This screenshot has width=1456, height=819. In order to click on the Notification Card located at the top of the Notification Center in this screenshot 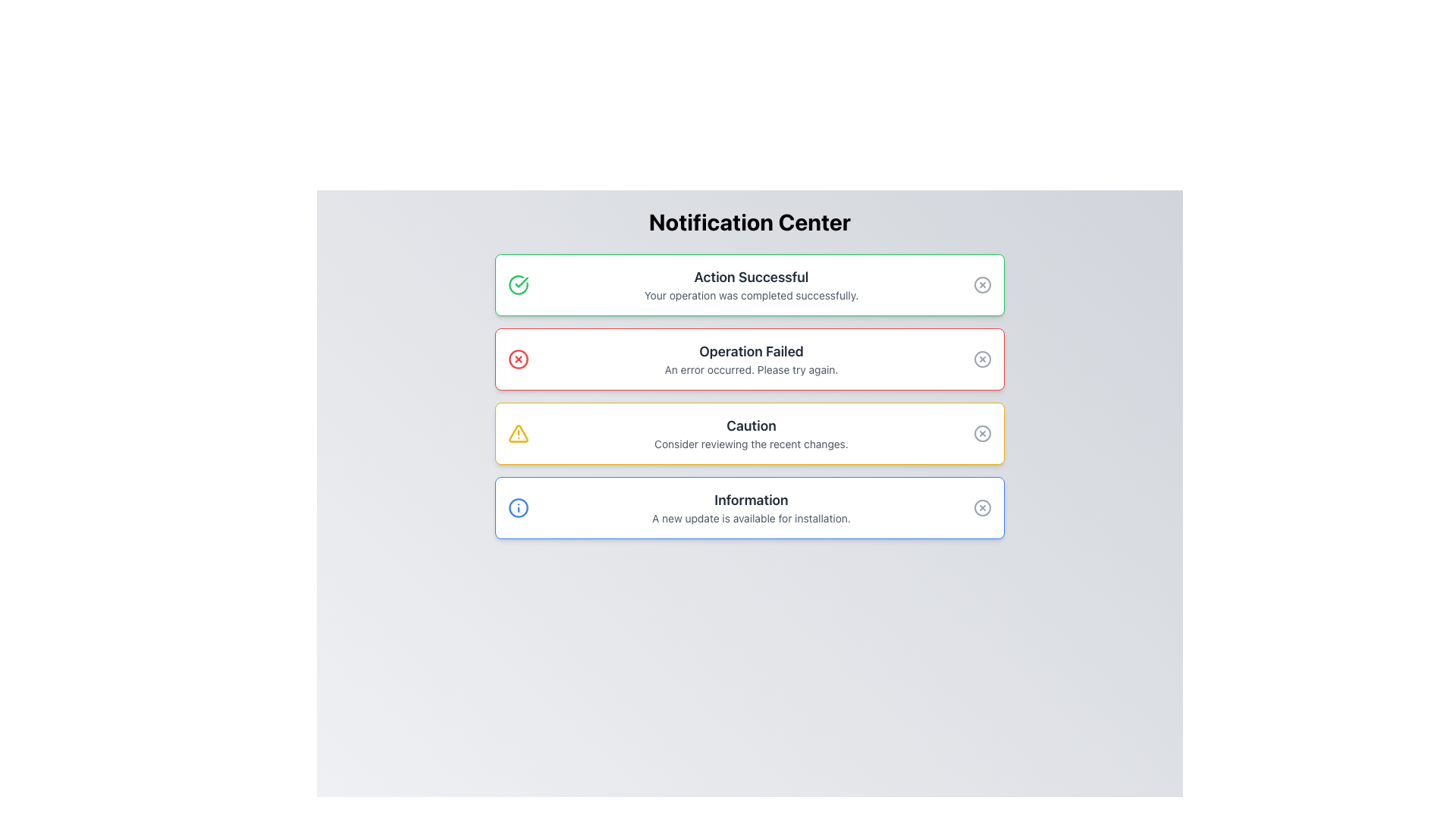, I will do `click(749, 284)`.